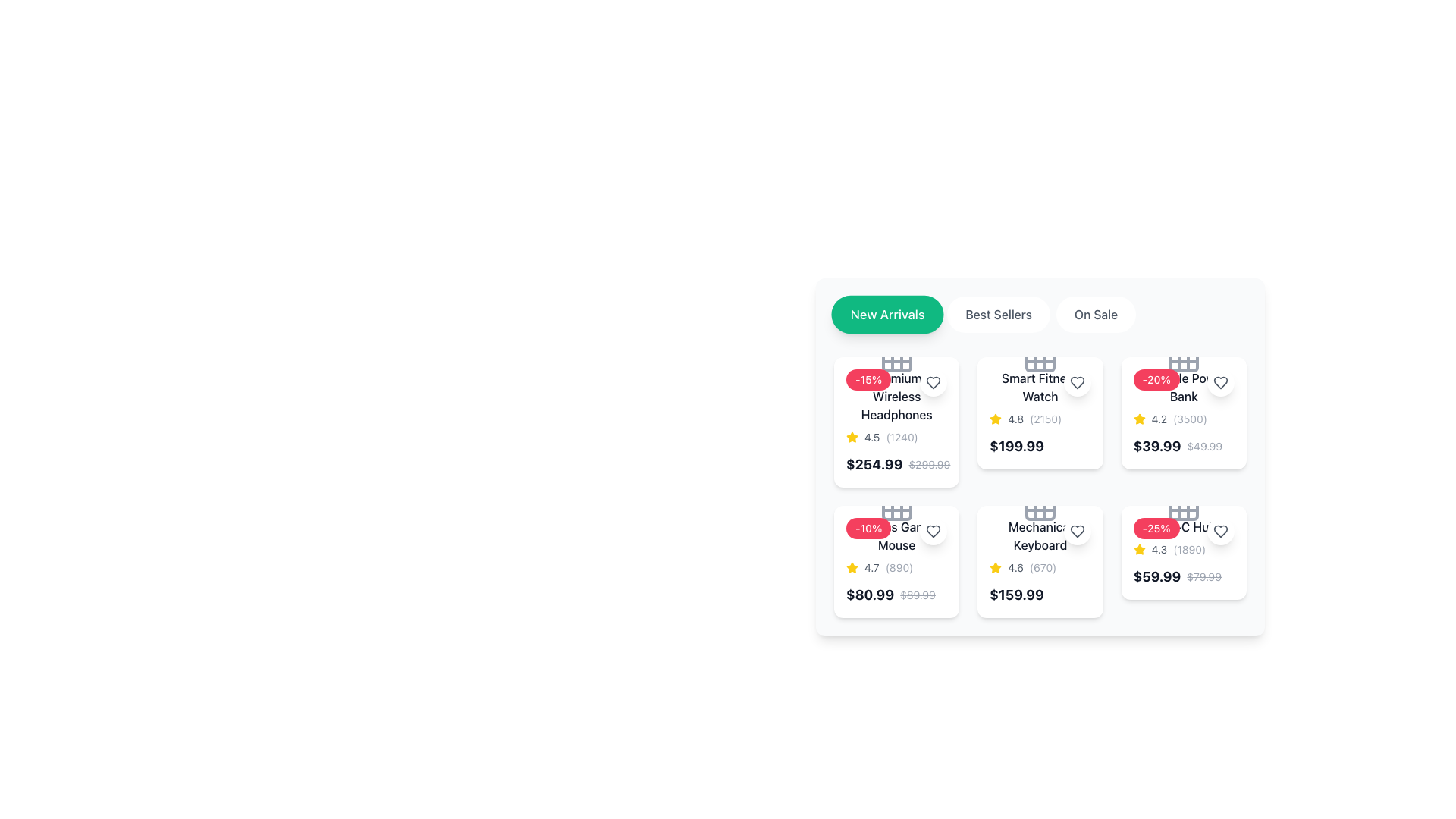 This screenshot has height=819, width=1456. I want to click on the text label displaying 'Mechanical Keyboard' located in the second row and third column of the grid, so click(1040, 535).